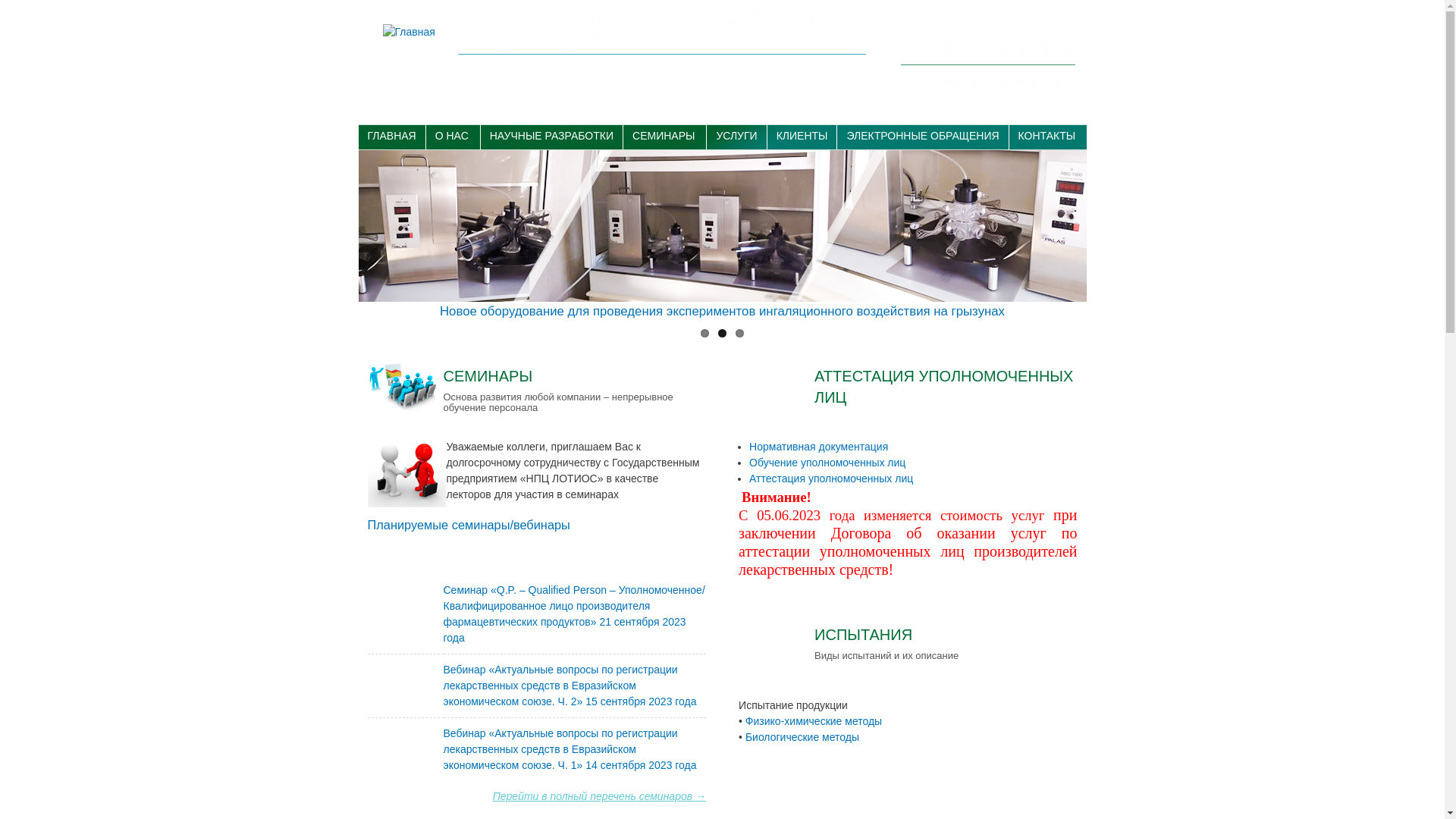  I want to click on 'lotios@lotios.by', so click(934, 82).